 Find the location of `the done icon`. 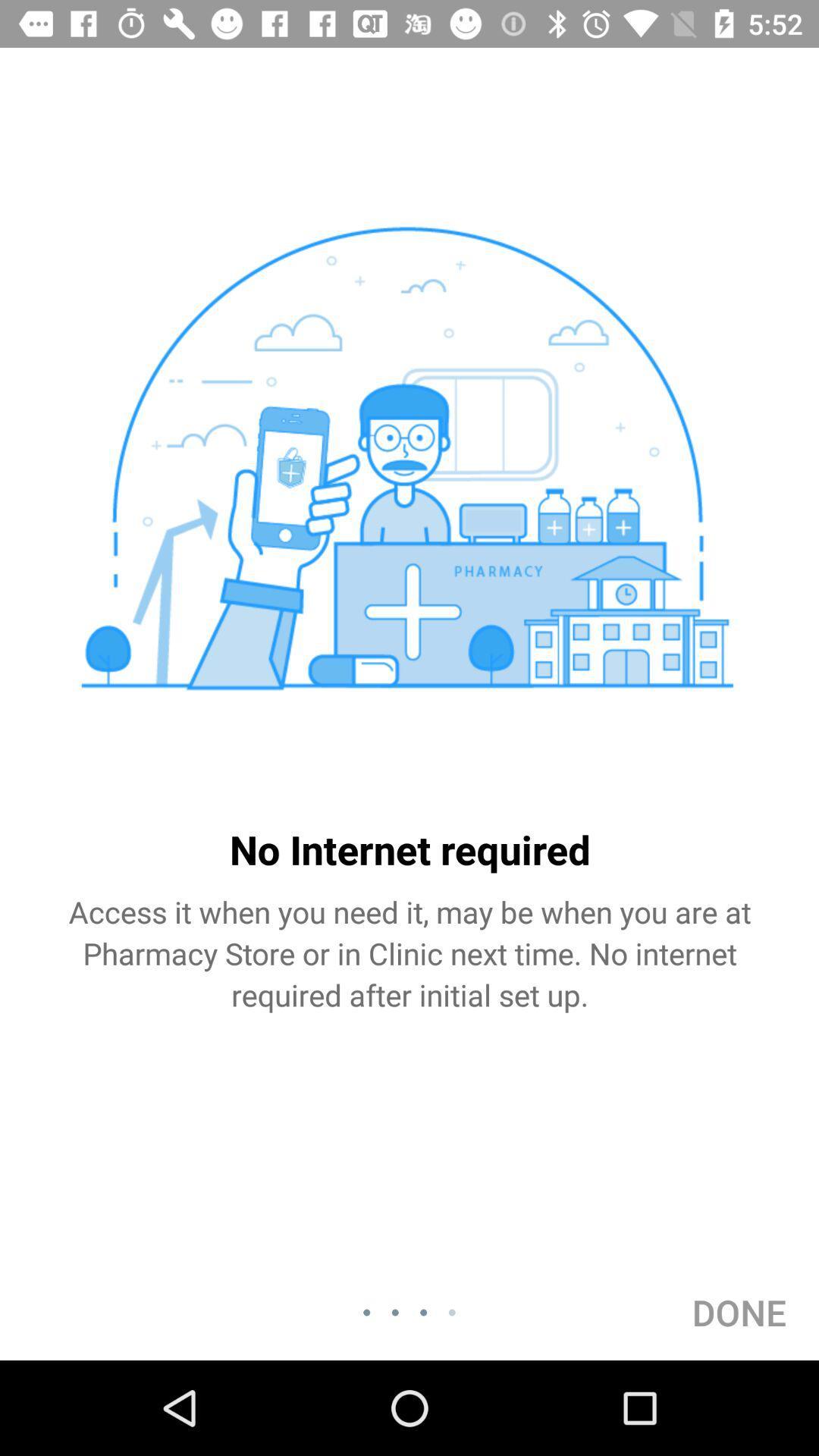

the done icon is located at coordinates (739, 1312).